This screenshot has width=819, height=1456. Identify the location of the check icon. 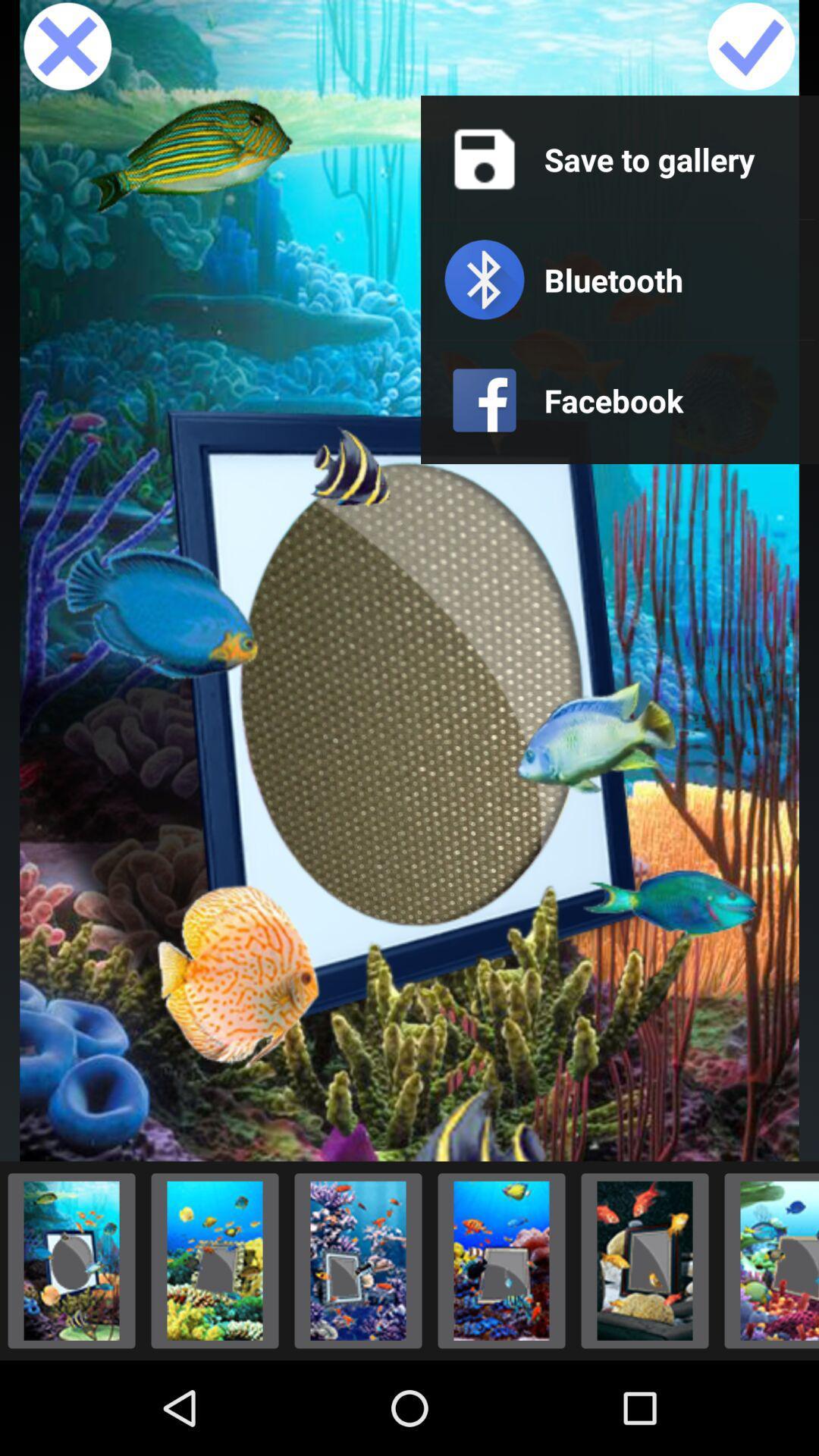
(751, 51).